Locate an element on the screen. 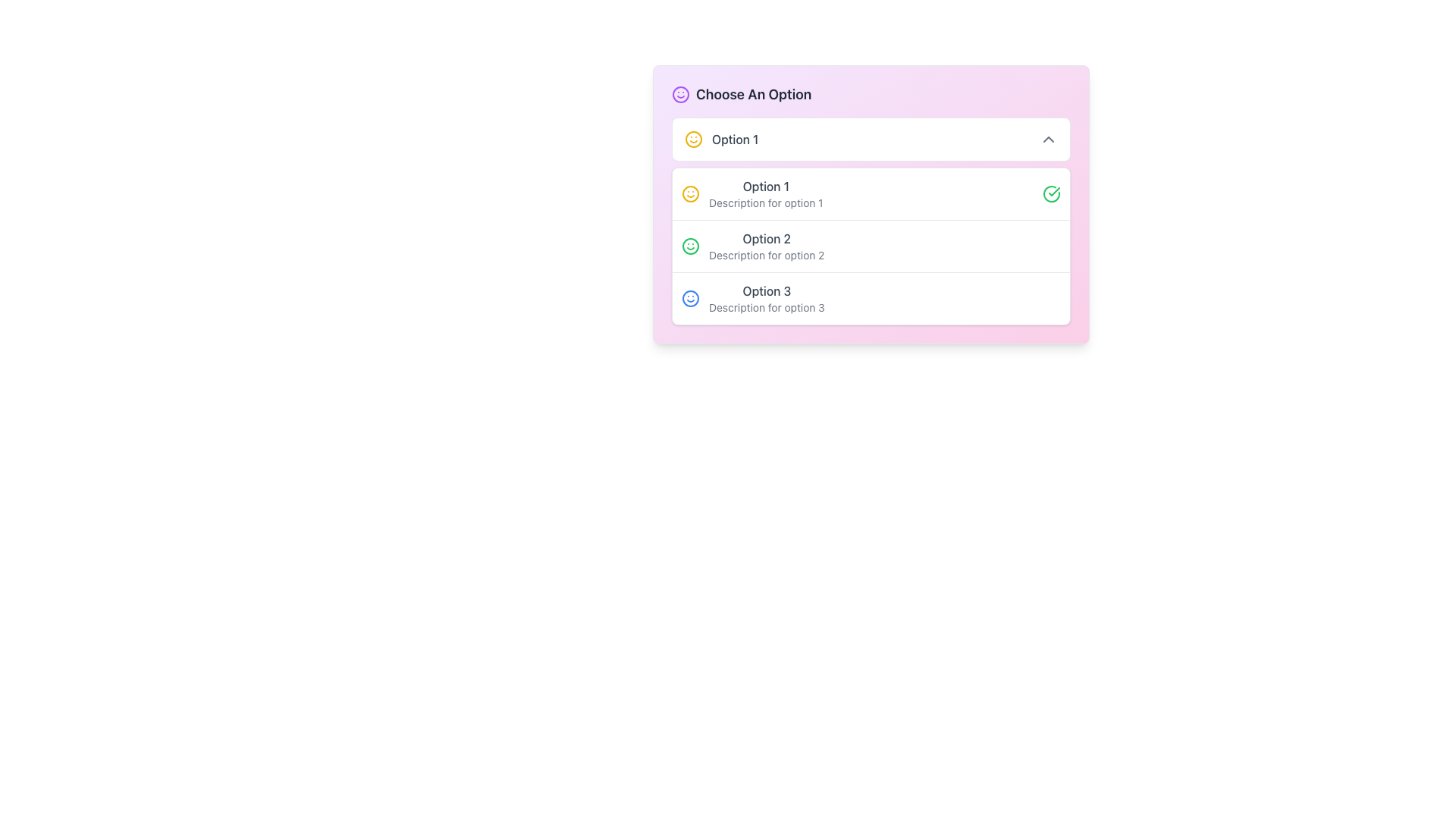  the text label styled as 'Description for option 3', which is located beneath the title 'Option 3' in a dropdown interface is located at coordinates (767, 307).